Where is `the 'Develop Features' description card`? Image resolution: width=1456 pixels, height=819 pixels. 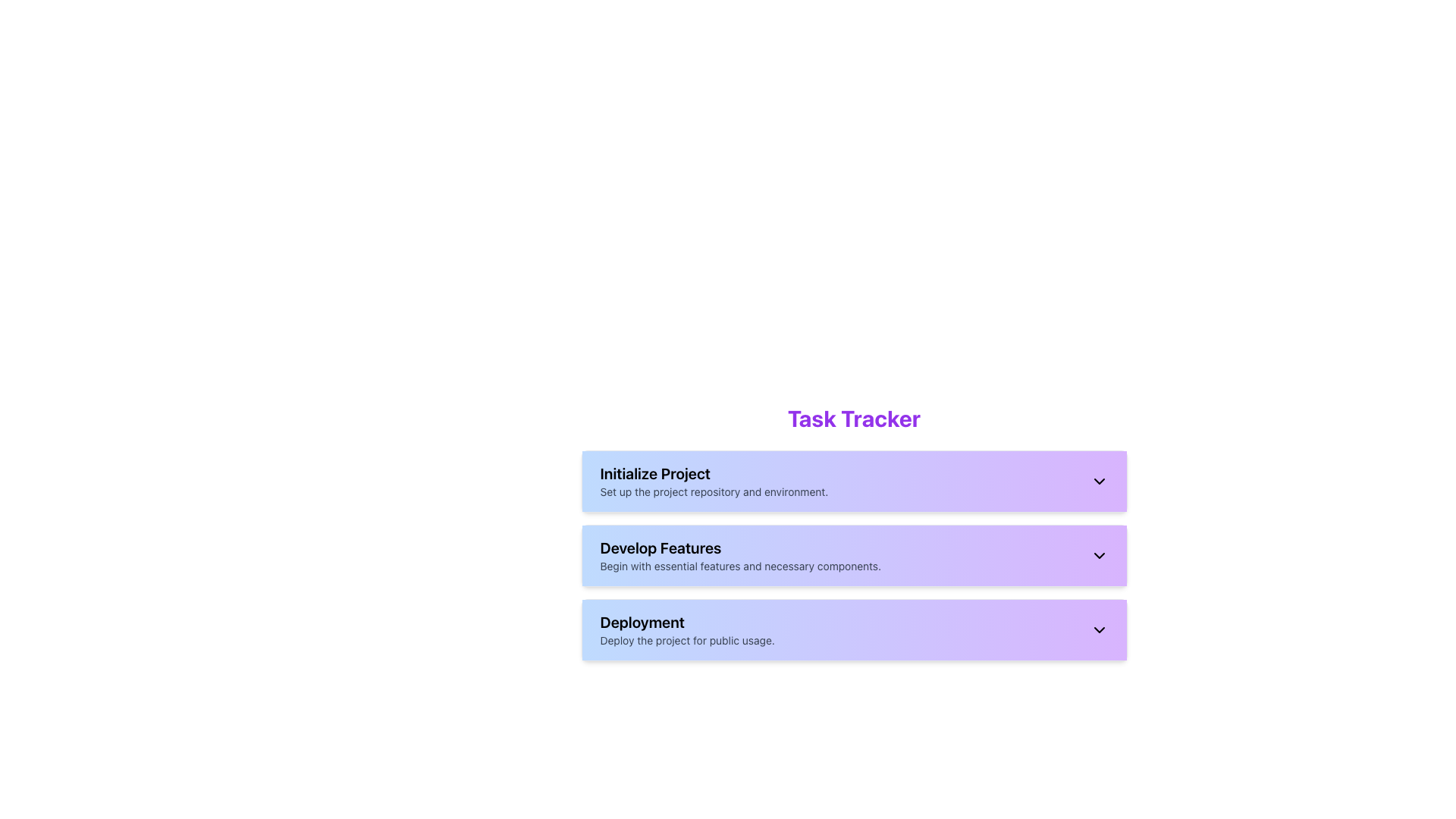
the 'Develop Features' description card is located at coordinates (854, 532).